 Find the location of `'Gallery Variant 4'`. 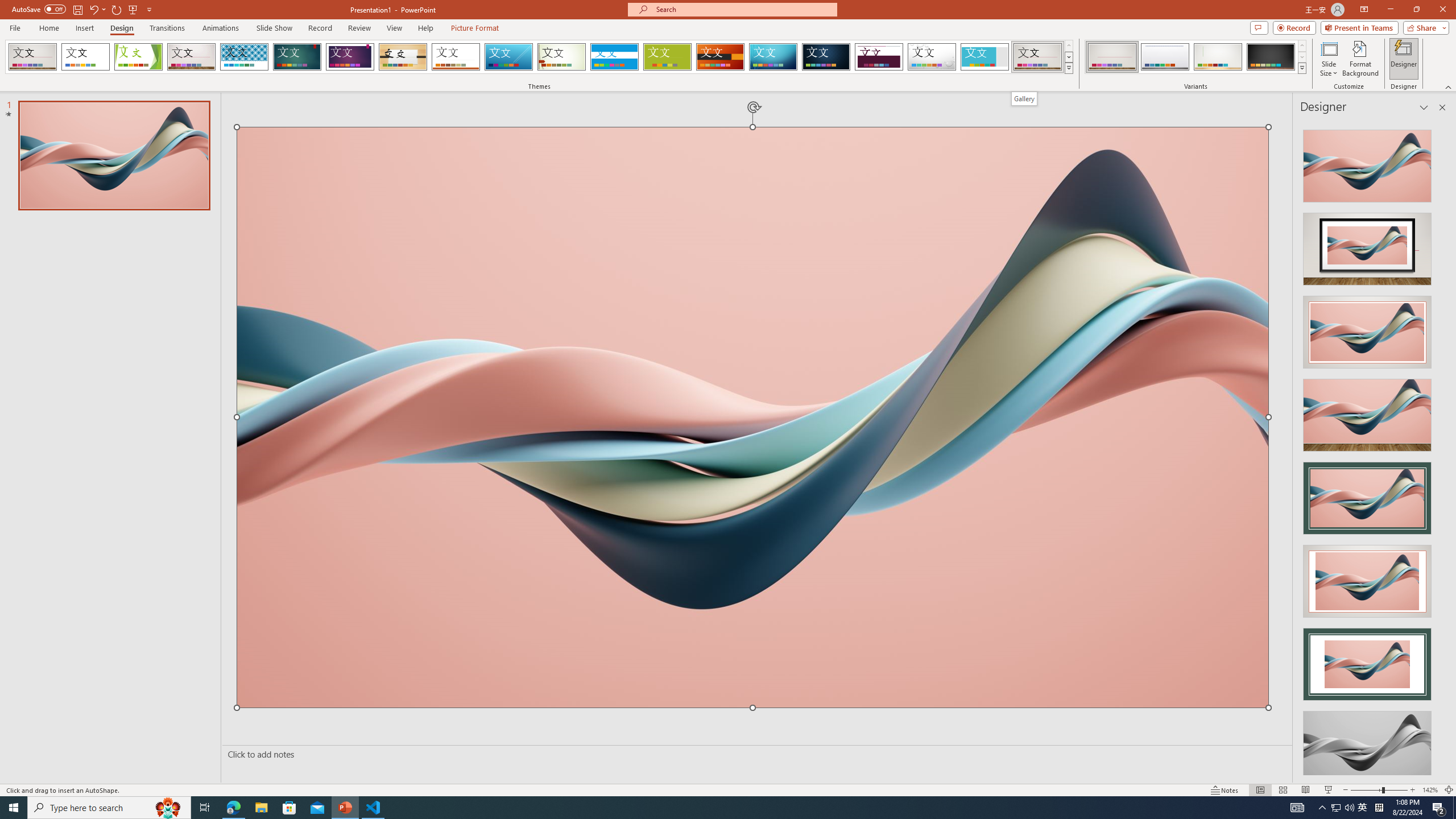

'Gallery Variant 4' is located at coordinates (1270, 56).